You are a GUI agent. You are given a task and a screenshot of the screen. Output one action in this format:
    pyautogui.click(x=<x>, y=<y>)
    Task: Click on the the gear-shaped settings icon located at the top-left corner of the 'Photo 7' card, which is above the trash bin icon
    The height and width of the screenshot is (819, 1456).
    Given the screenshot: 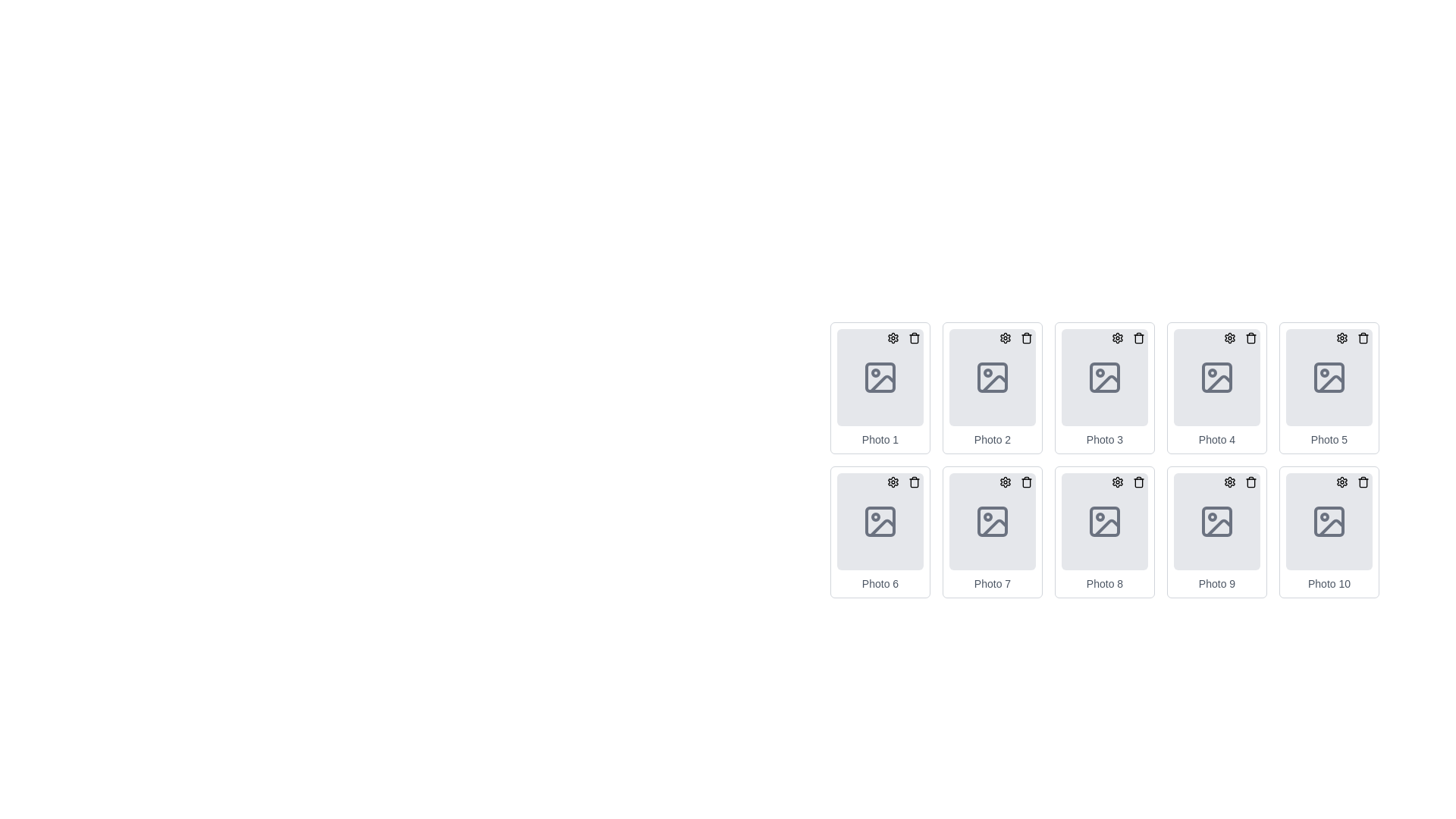 What is the action you would take?
    pyautogui.click(x=1005, y=482)
    